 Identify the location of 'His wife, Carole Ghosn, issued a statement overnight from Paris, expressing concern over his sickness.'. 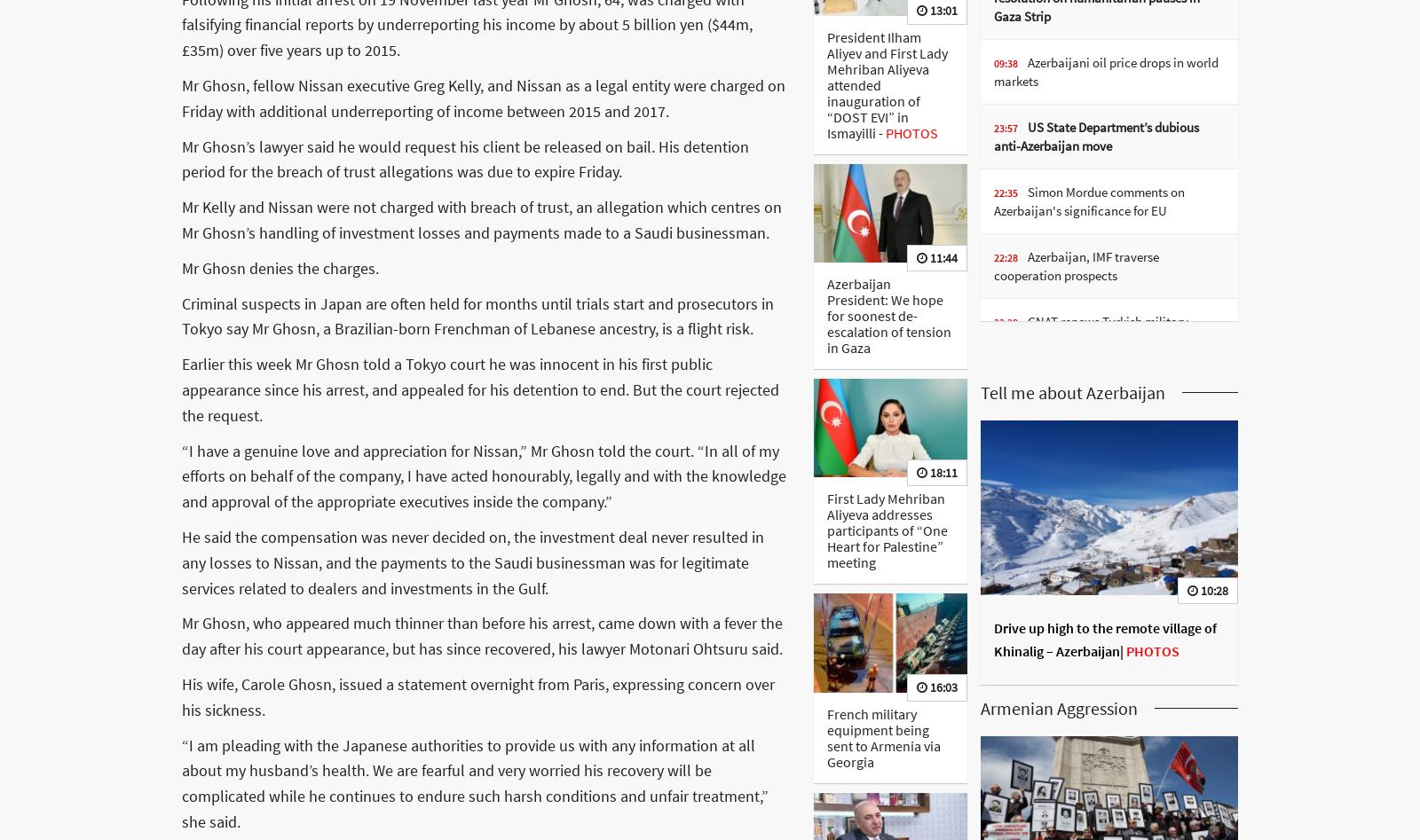
(477, 695).